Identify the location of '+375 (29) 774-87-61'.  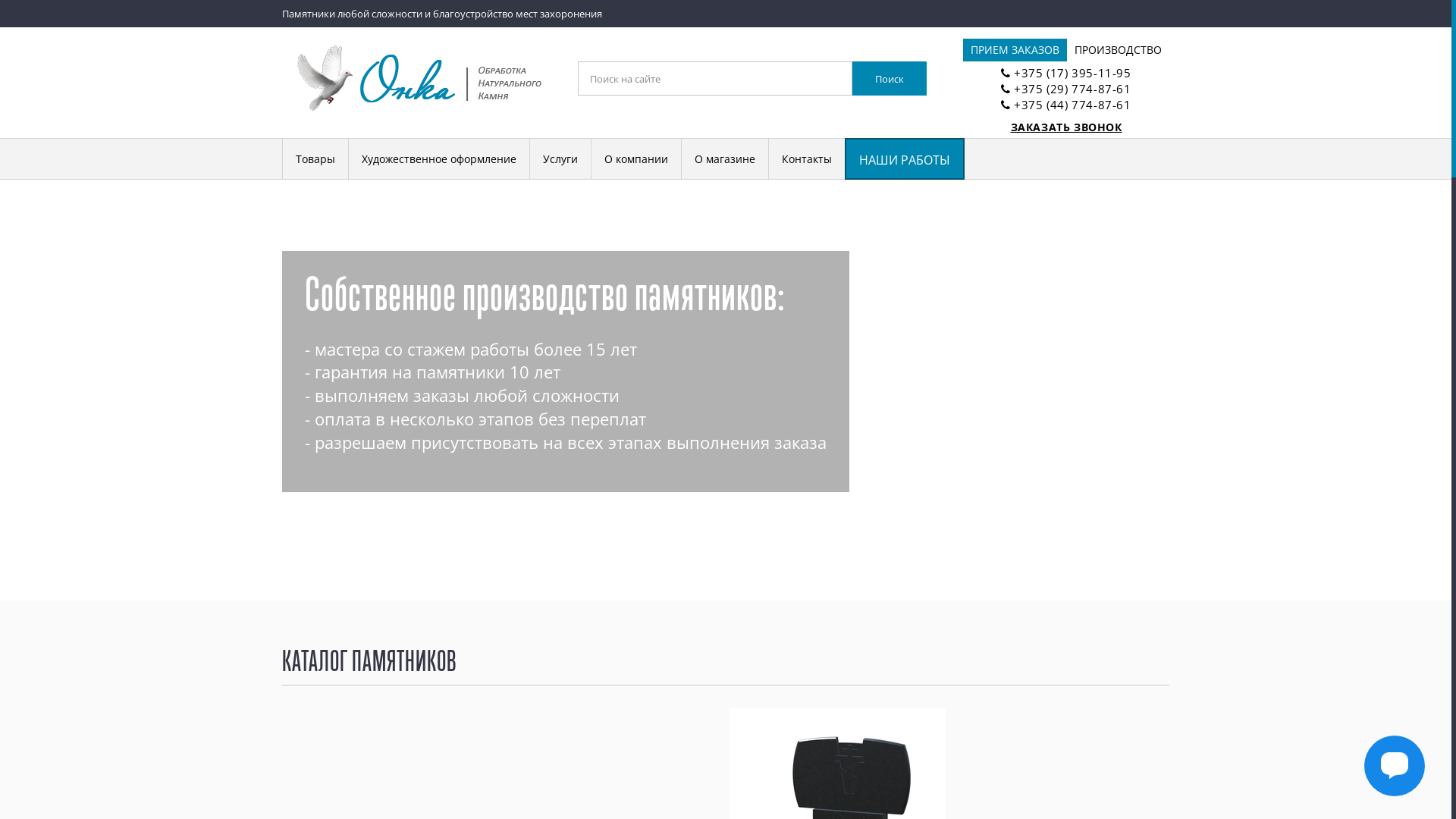
(1072, 88).